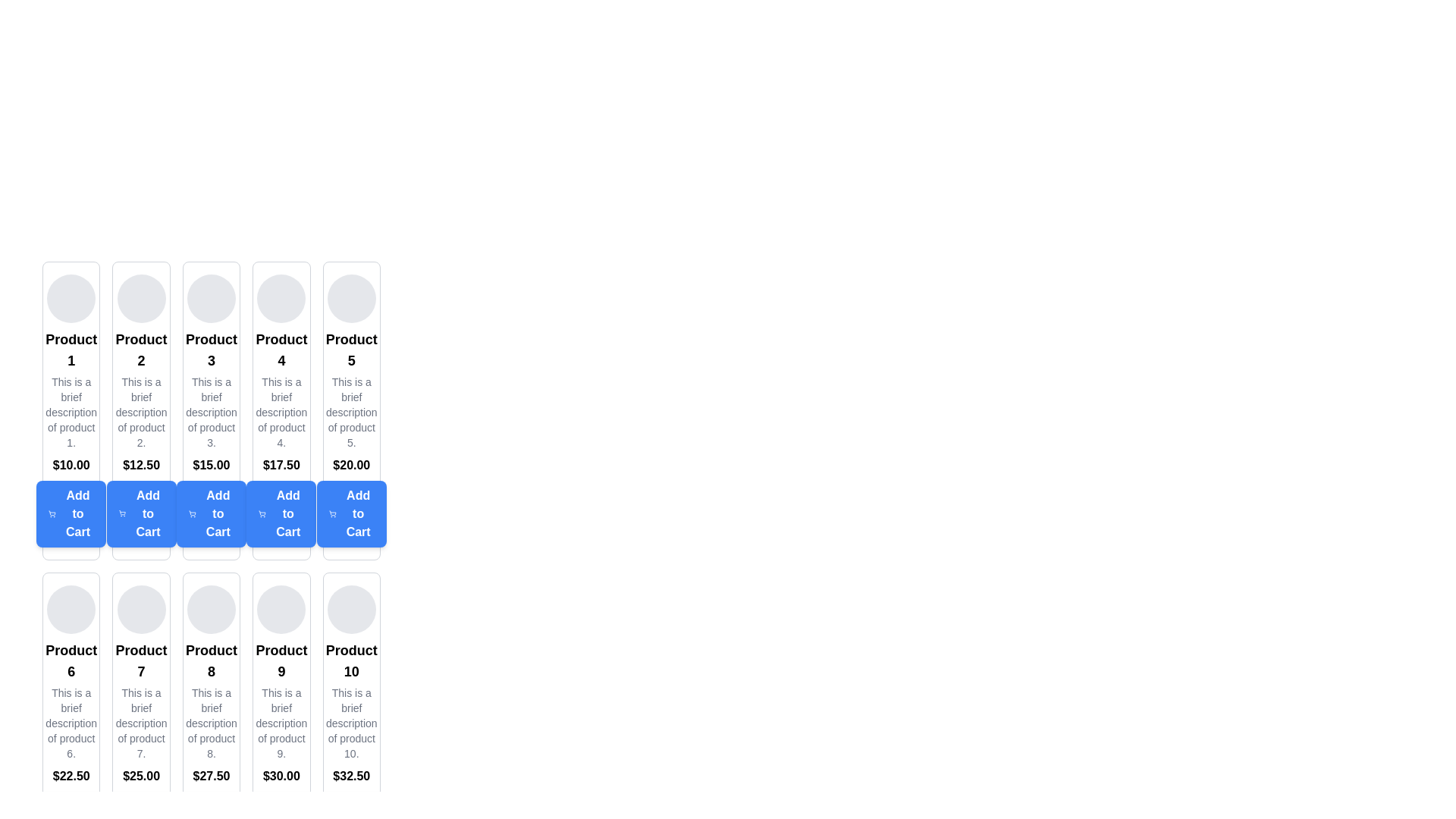 This screenshot has height=819, width=1456. What do you see at coordinates (350, 412) in the screenshot?
I see `text block providing a concise description of 'Product 5', which is located beneath the title and above the price in the first row and fifth column of the grid layout` at bounding box center [350, 412].